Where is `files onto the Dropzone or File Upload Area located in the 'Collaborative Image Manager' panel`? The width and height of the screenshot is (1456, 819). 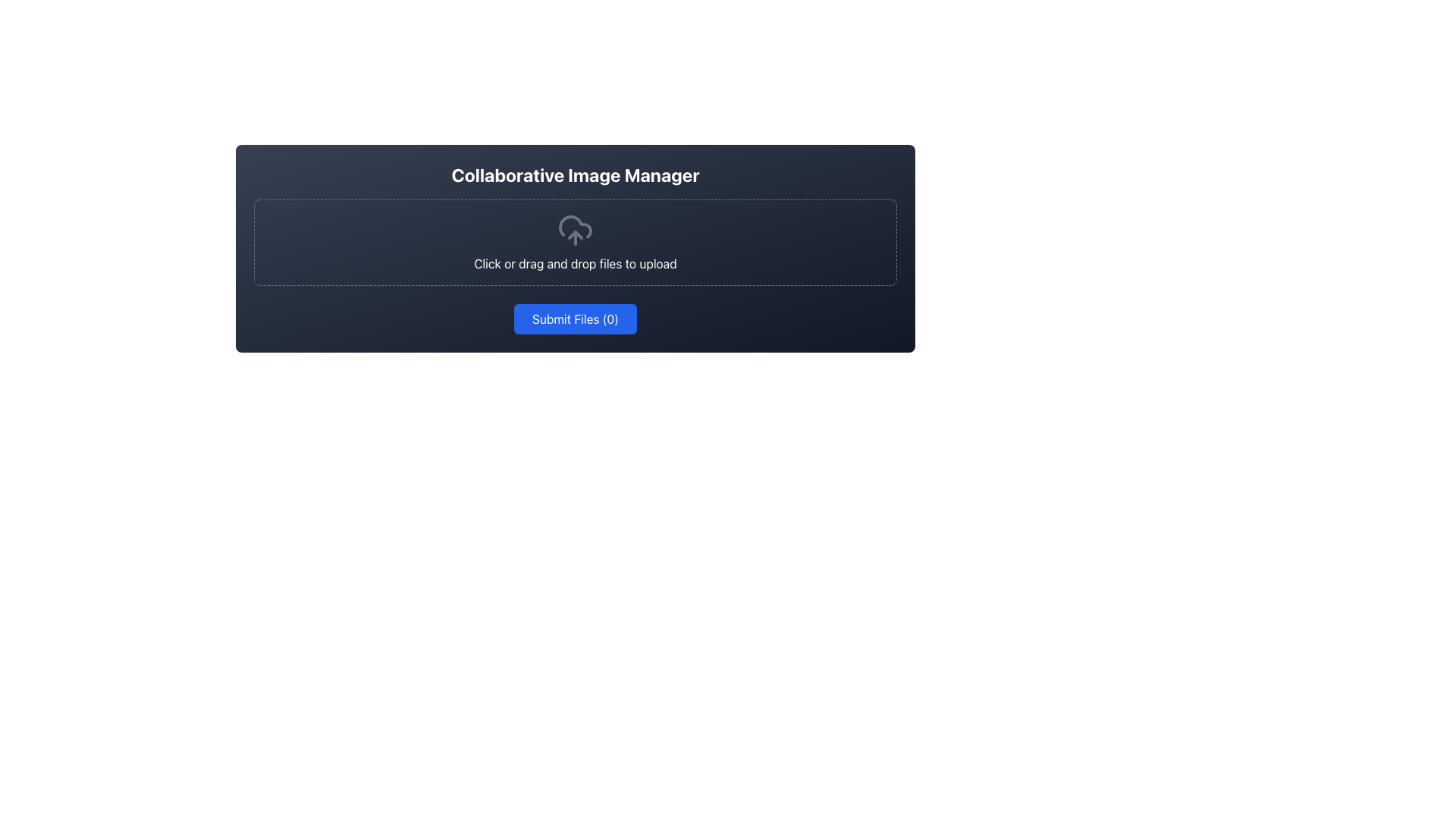
files onto the Dropzone or File Upload Area located in the 'Collaborative Image Manager' panel is located at coordinates (574, 242).